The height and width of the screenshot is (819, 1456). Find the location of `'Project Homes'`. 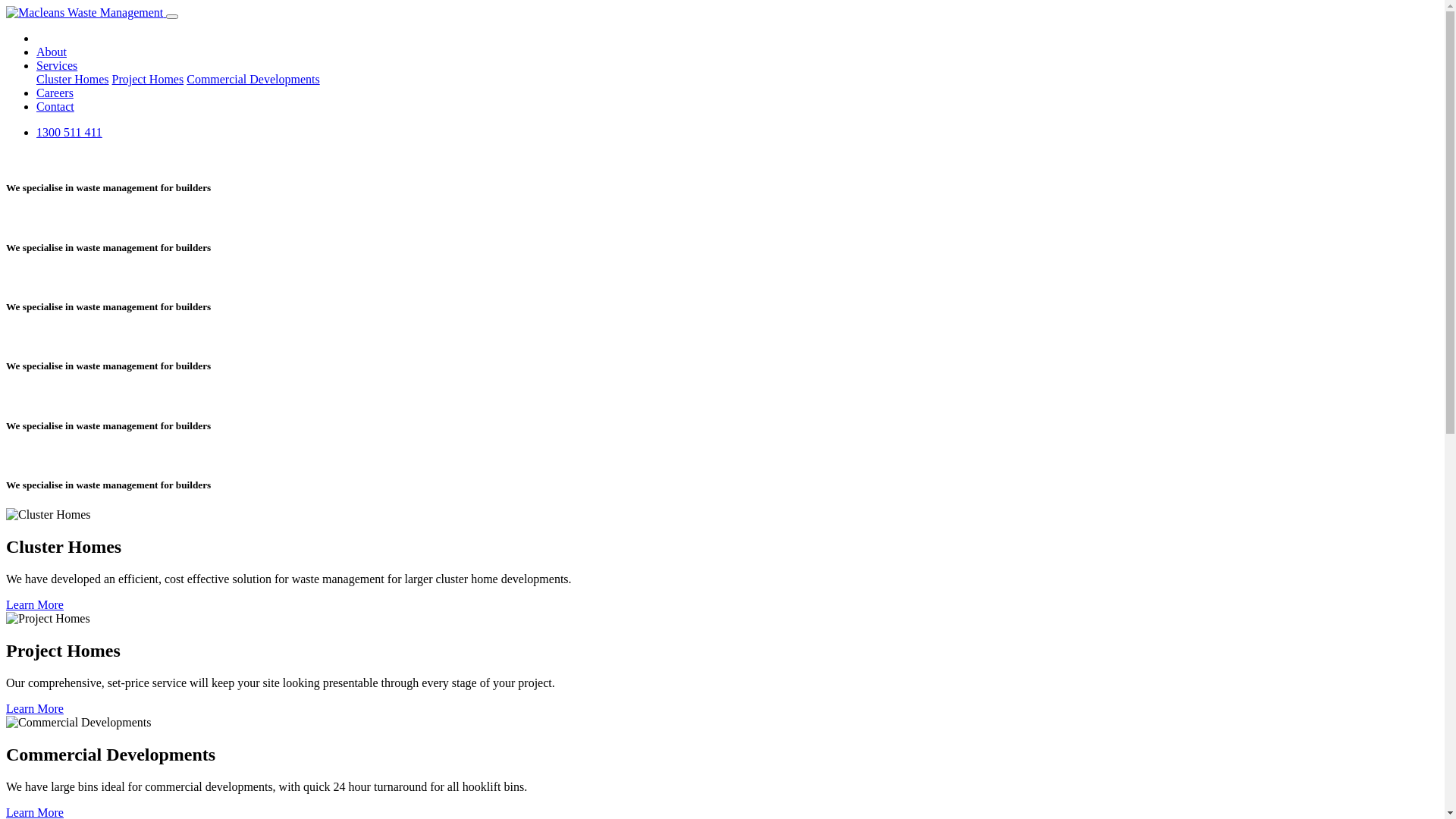

'Project Homes' is located at coordinates (148, 79).